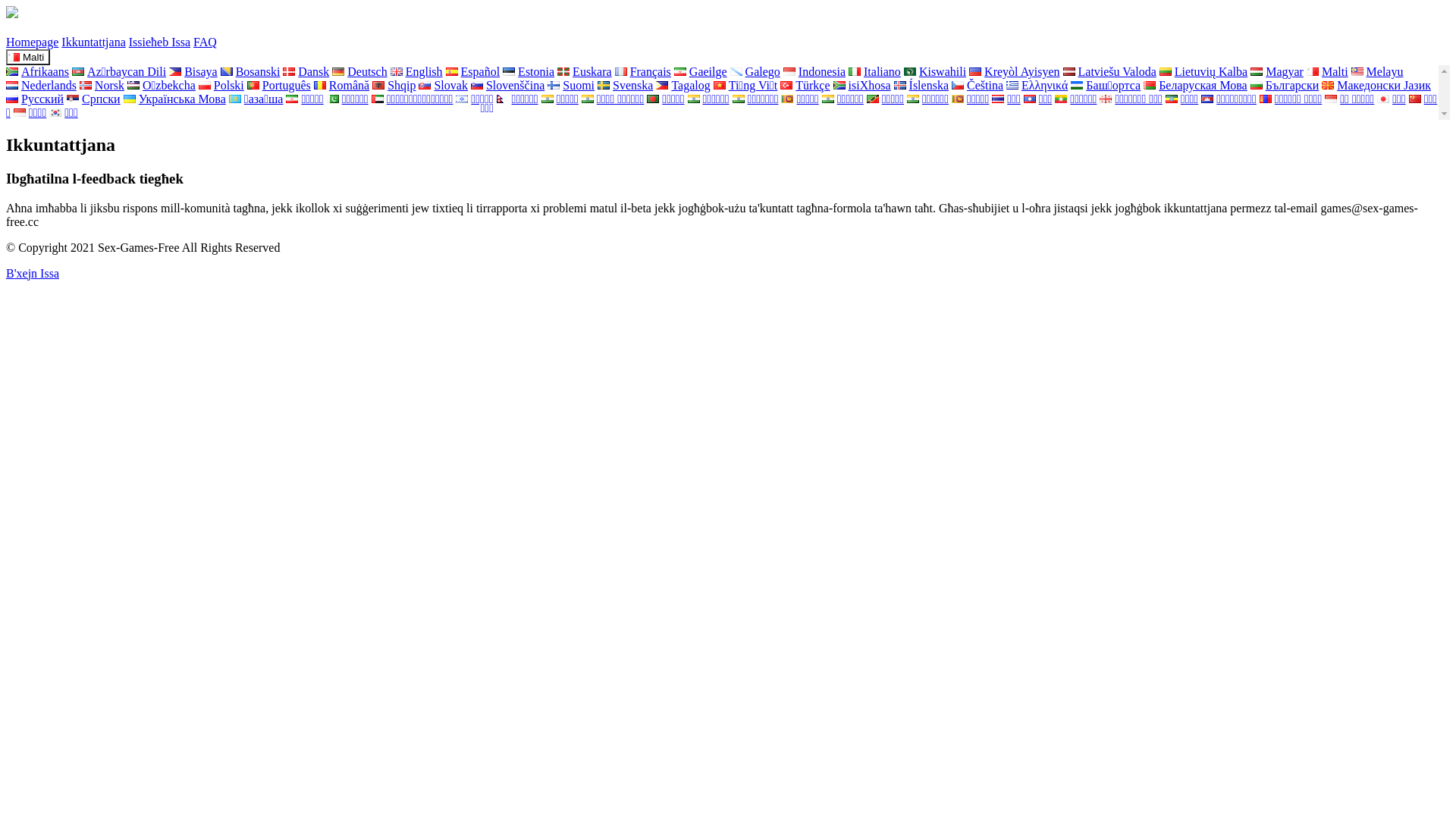 Image resolution: width=1456 pixels, height=819 pixels. What do you see at coordinates (416, 71) in the screenshot?
I see `'English'` at bounding box center [416, 71].